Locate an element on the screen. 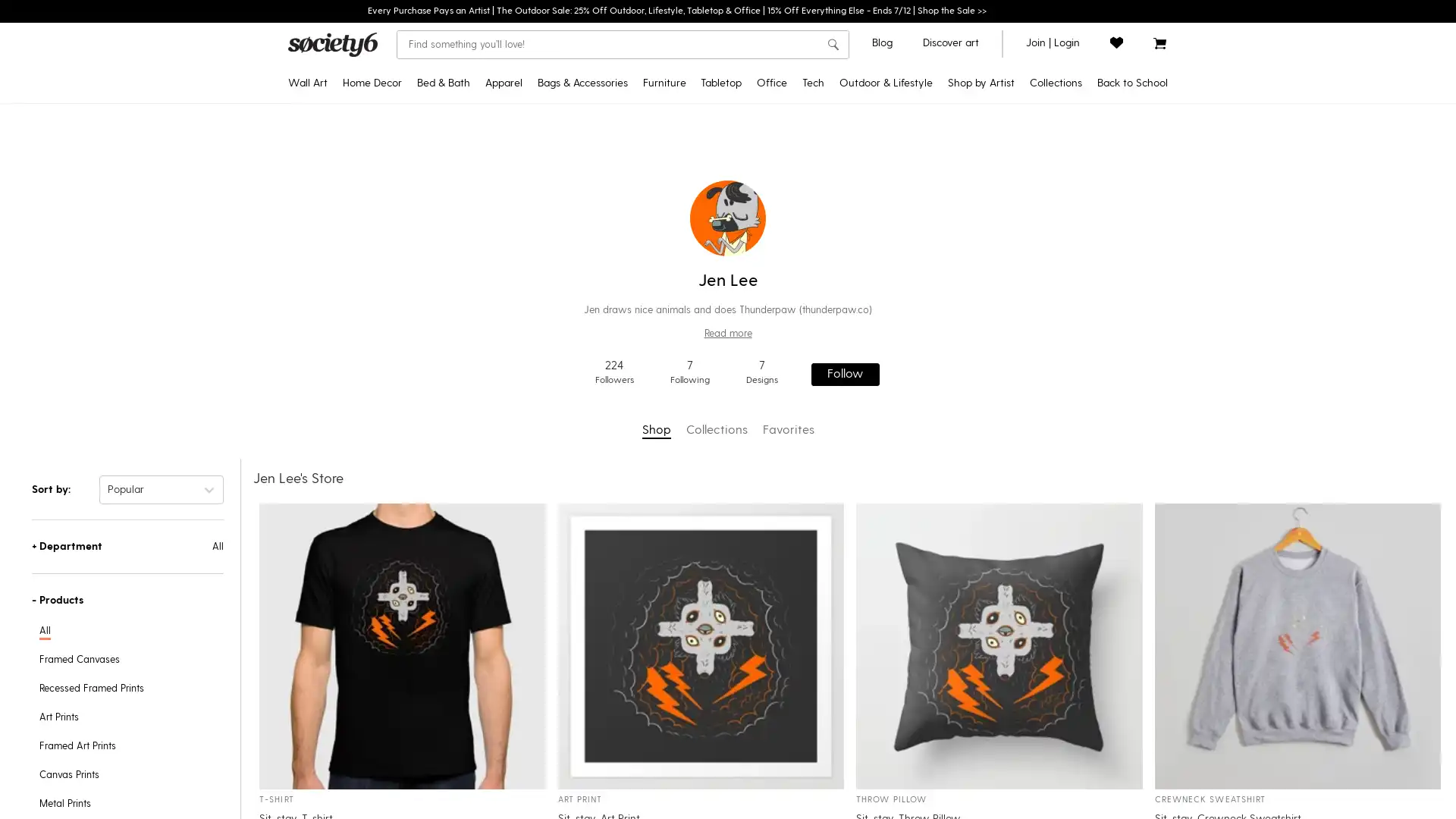 Image resolution: width=1456 pixels, height=819 pixels. Android Wallet Cases is located at coordinates (867, 194).